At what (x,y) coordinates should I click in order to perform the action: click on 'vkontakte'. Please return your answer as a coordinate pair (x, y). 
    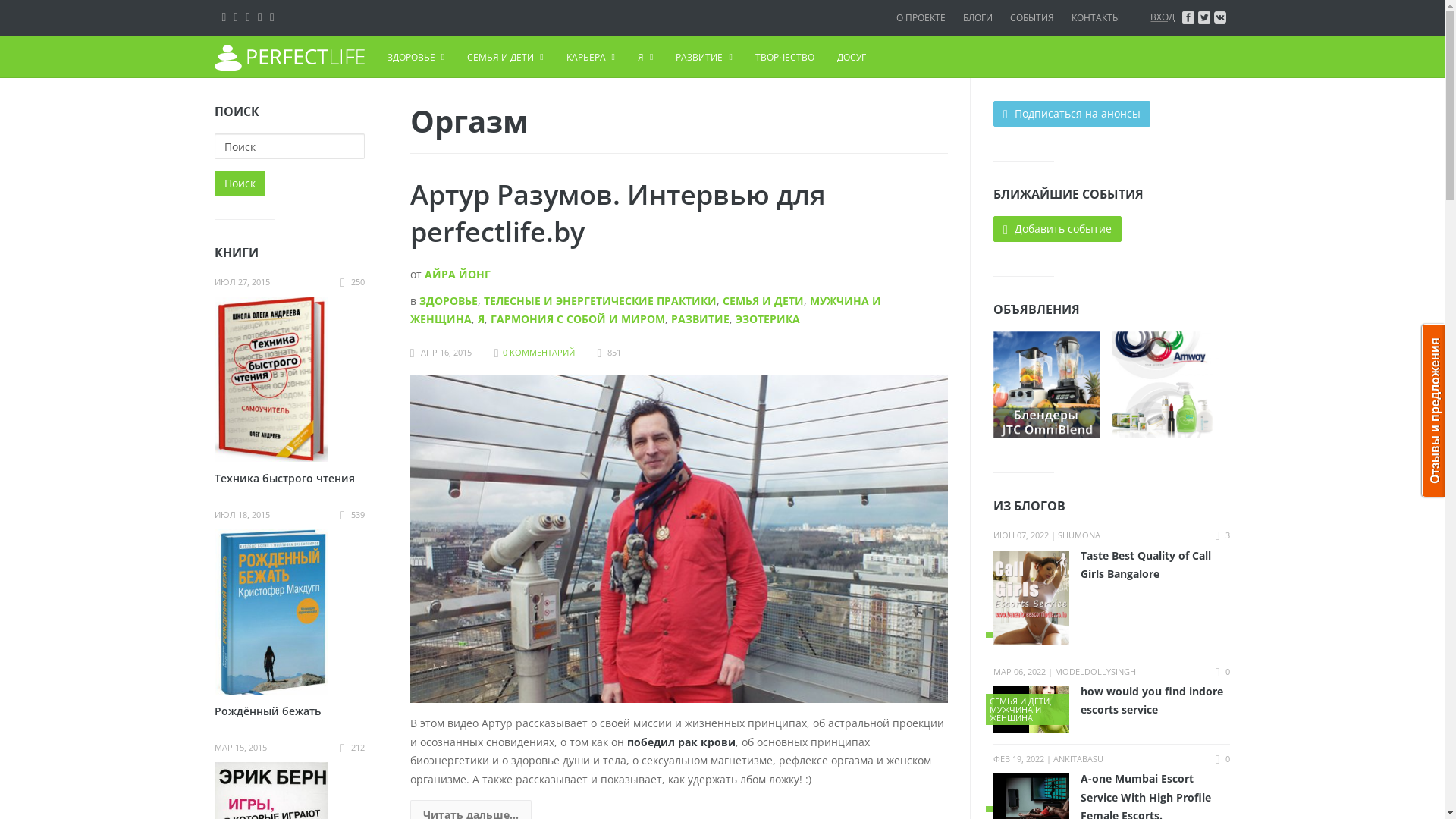
    Looking at the image, I should click on (1219, 17).